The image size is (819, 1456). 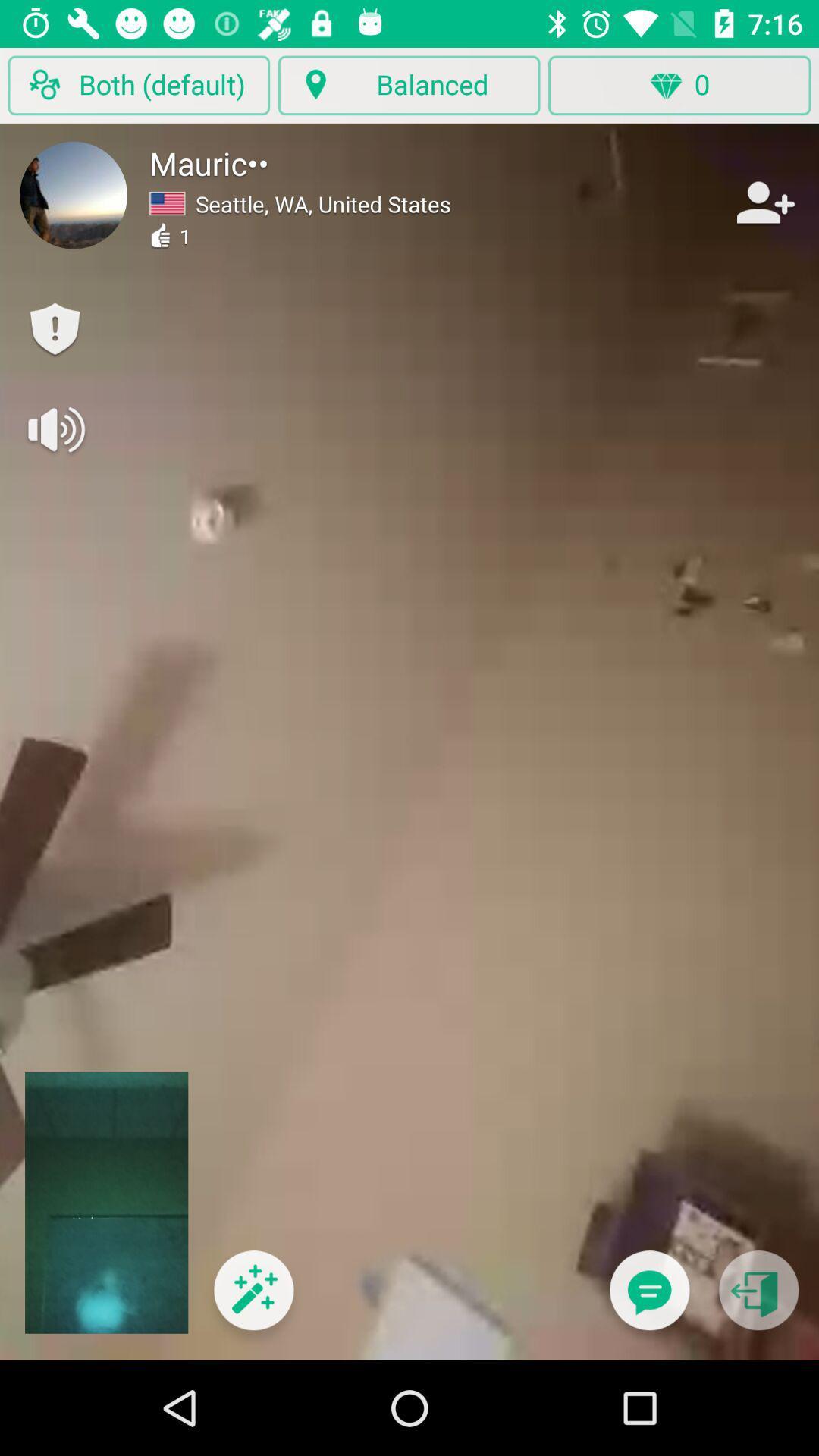 What do you see at coordinates (54, 428) in the screenshot?
I see `turn volume on` at bounding box center [54, 428].